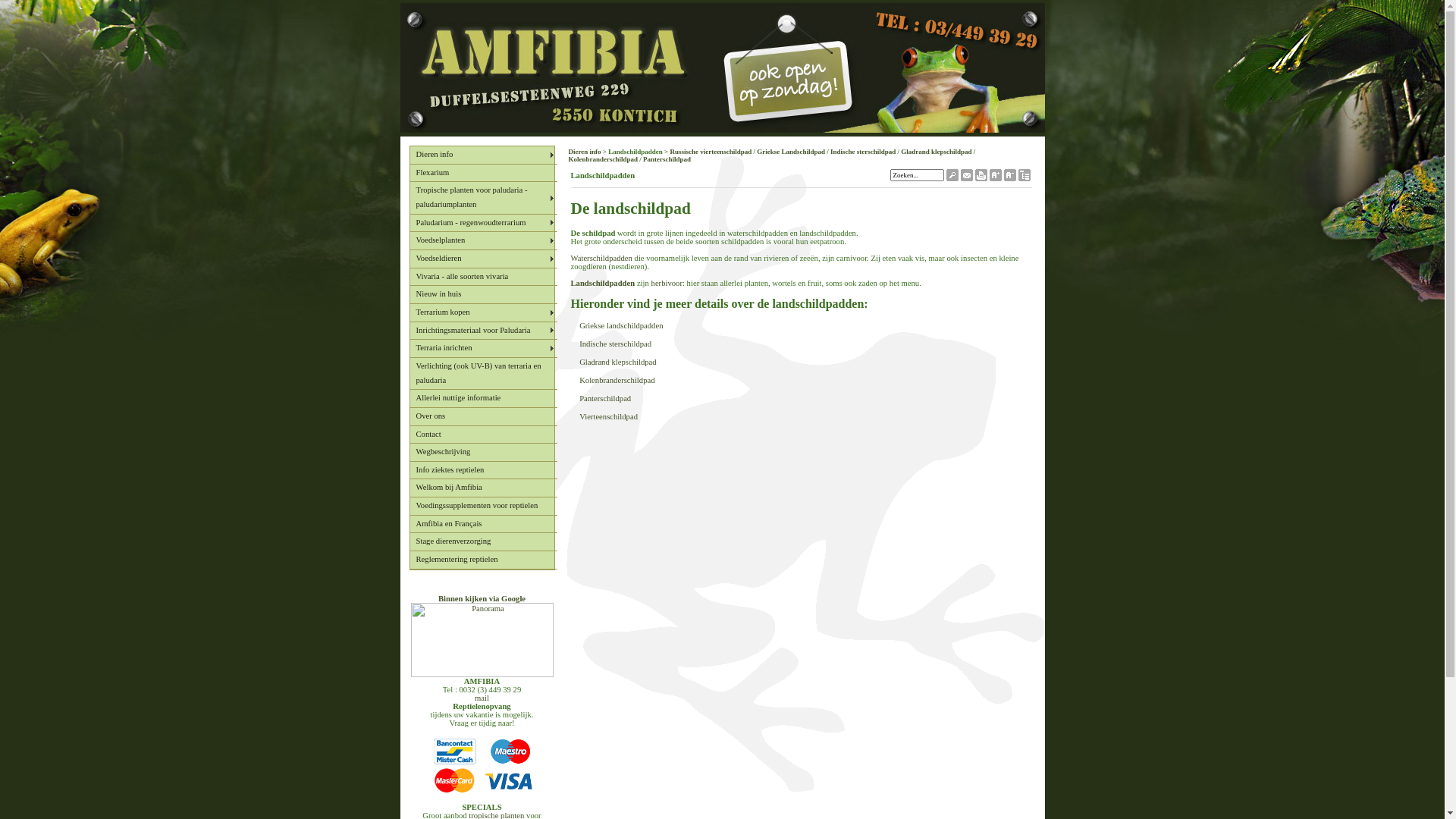  I want to click on 'Flexarium', so click(409, 172).